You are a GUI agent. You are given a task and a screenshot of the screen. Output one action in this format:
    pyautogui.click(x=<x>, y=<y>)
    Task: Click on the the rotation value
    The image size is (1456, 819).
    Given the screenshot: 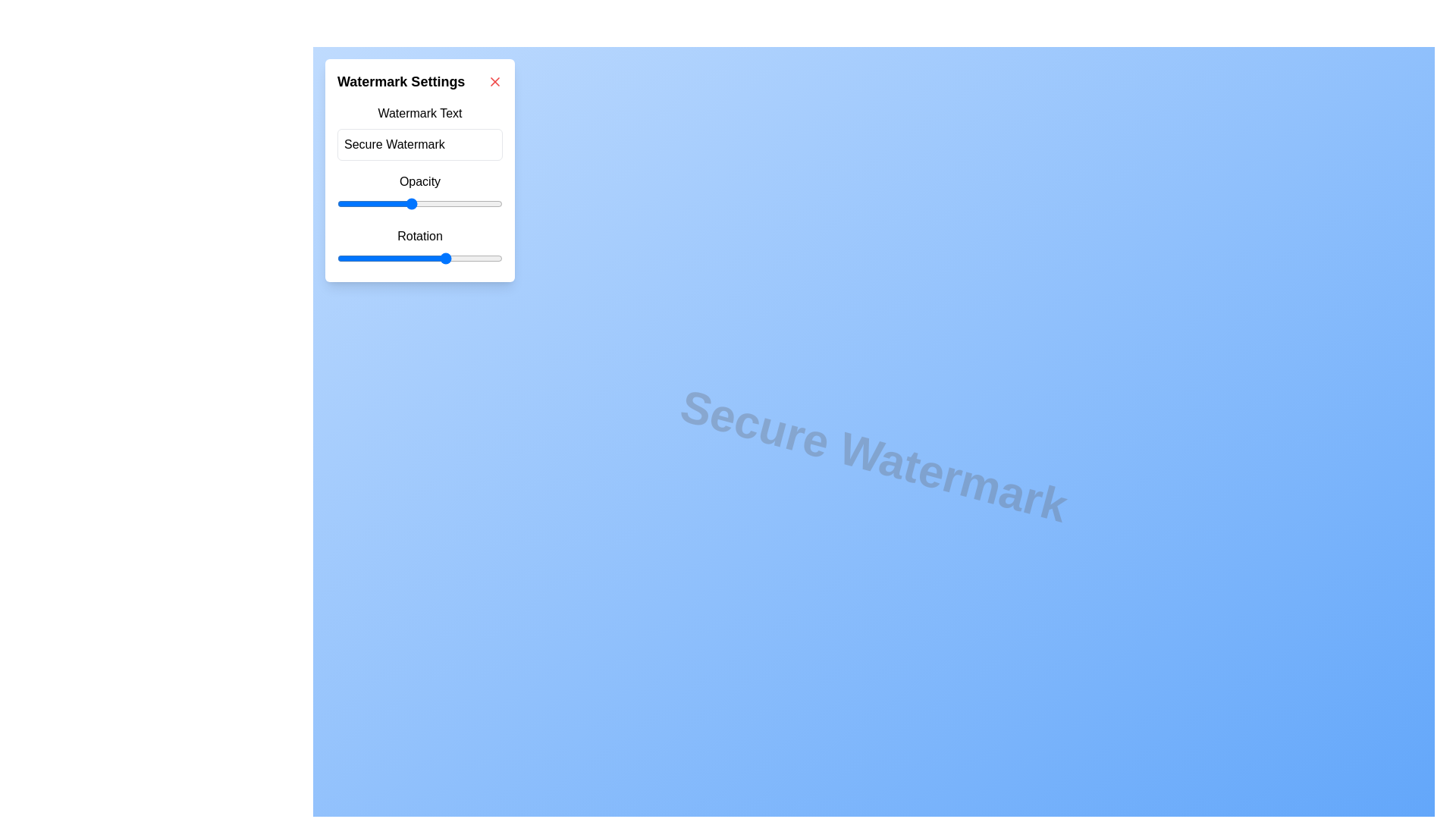 What is the action you would take?
    pyautogui.click(x=366, y=257)
    